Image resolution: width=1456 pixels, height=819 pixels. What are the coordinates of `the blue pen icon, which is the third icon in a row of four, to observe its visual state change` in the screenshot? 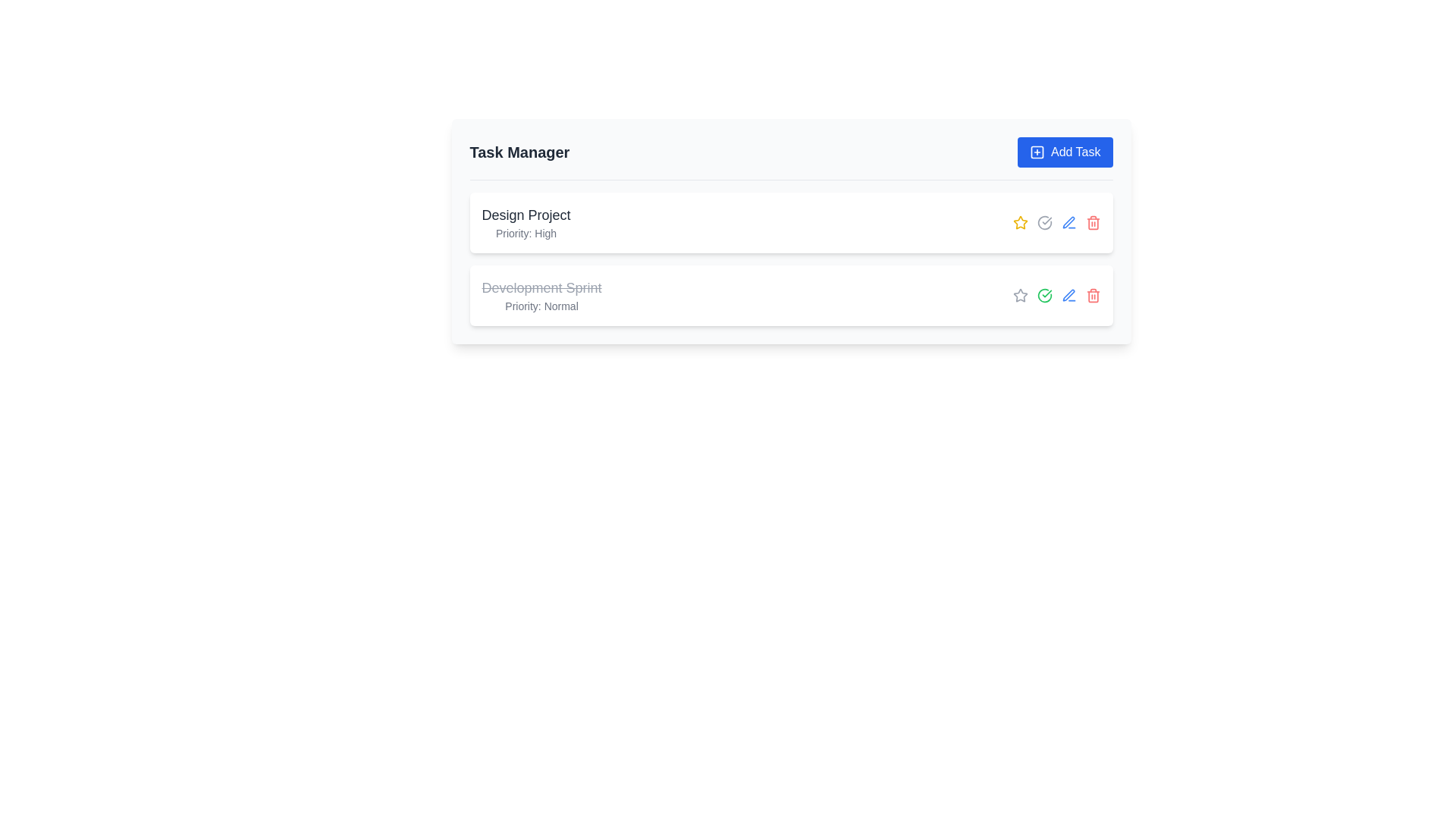 It's located at (1068, 295).